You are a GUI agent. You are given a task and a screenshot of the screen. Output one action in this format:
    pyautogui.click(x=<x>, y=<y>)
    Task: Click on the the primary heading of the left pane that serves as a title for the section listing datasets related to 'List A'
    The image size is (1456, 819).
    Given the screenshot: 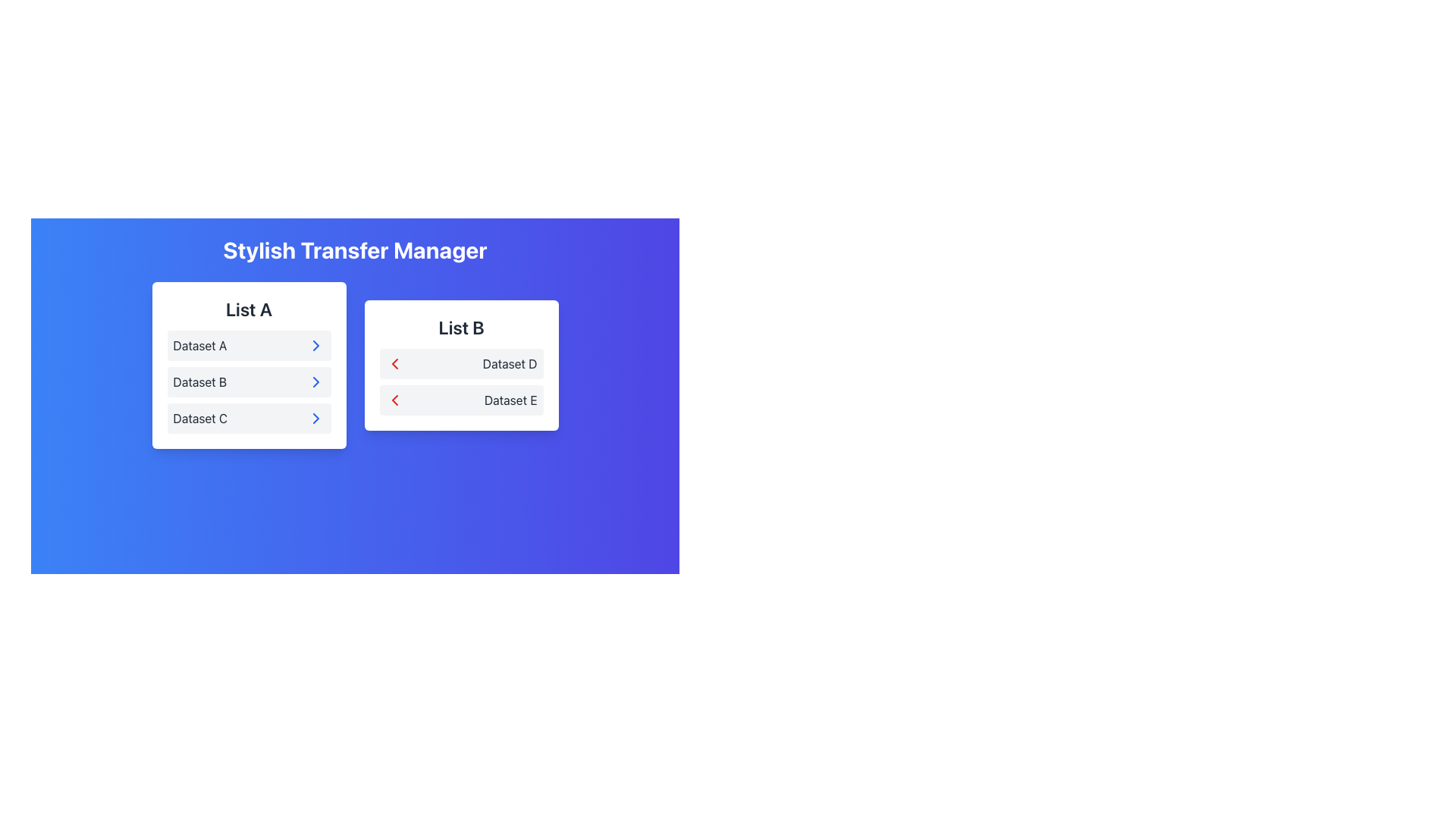 What is the action you would take?
    pyautogui.click(x=249, y=309)
    